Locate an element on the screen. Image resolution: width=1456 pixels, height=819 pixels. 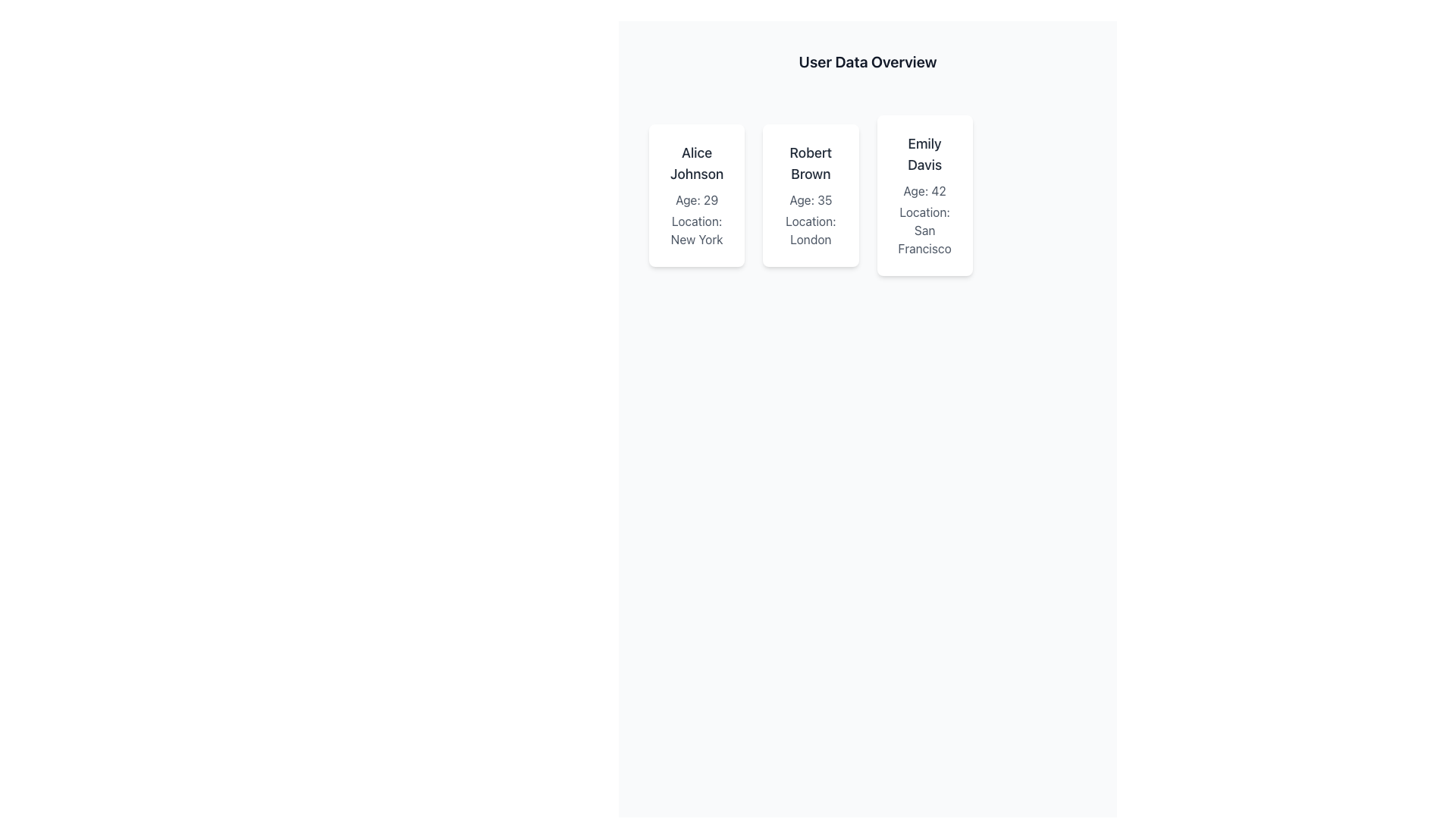
the text label displaying the location information 'London', which is positioned under 'Age: 35' and 'Robert Brown' in the middle card of a three-column layout is located at coordinates (810, 231).